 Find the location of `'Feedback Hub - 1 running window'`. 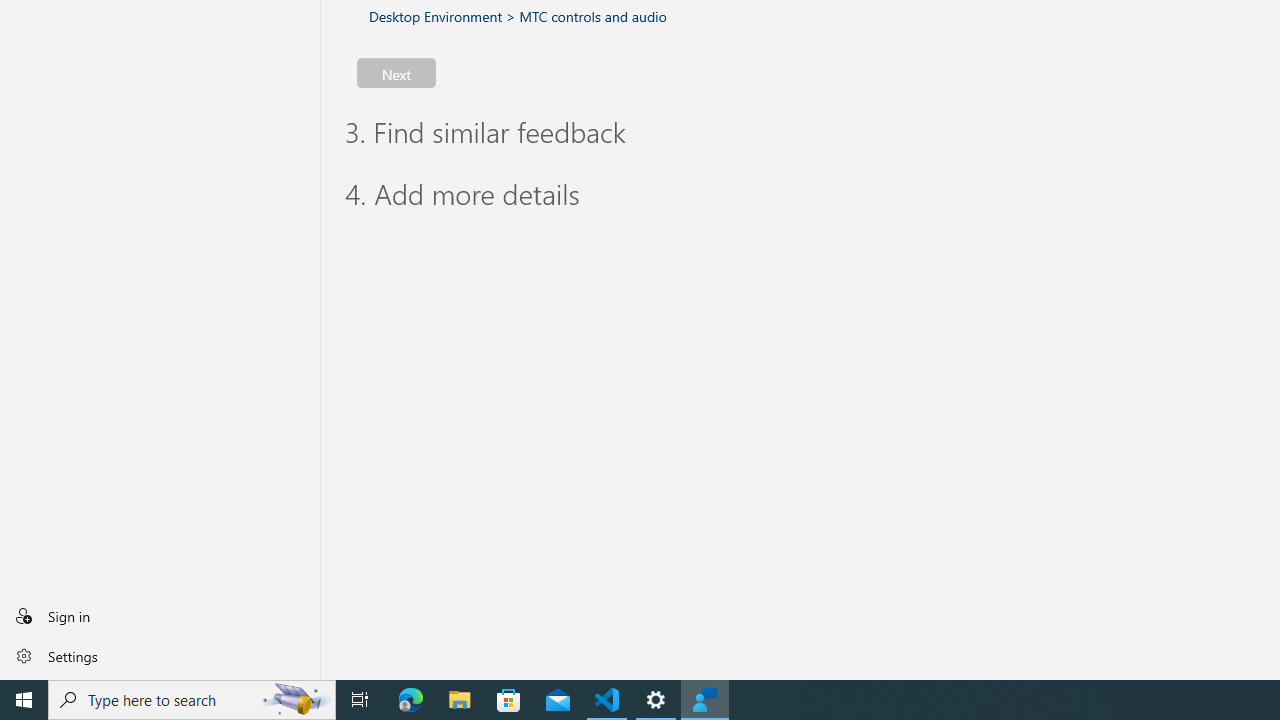

'Feedback Hub - 1 running window' is located at coordinates (705, 698).